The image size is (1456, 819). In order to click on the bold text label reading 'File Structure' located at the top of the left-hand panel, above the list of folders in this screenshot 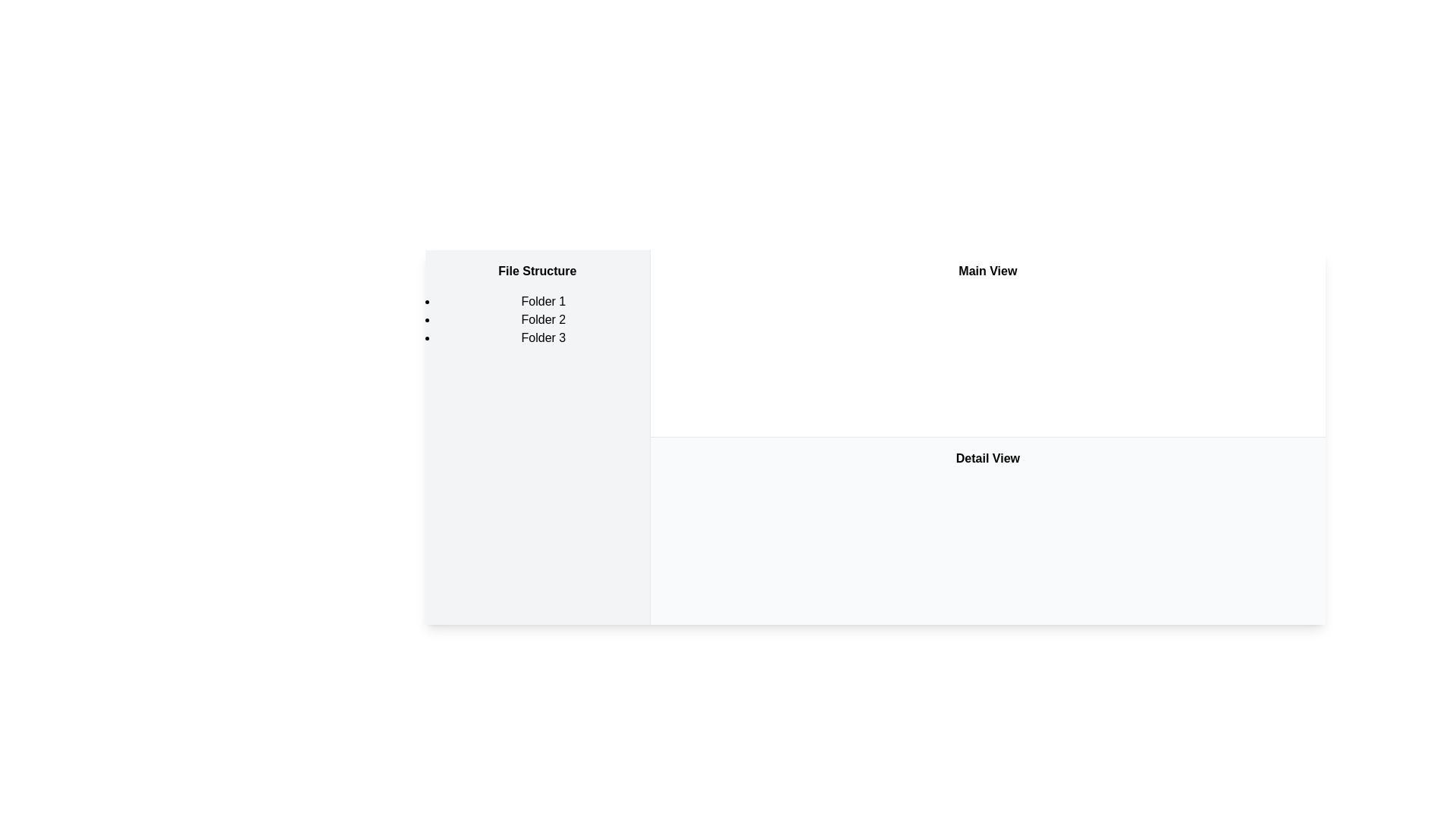, I will do `click(537, 271)`.